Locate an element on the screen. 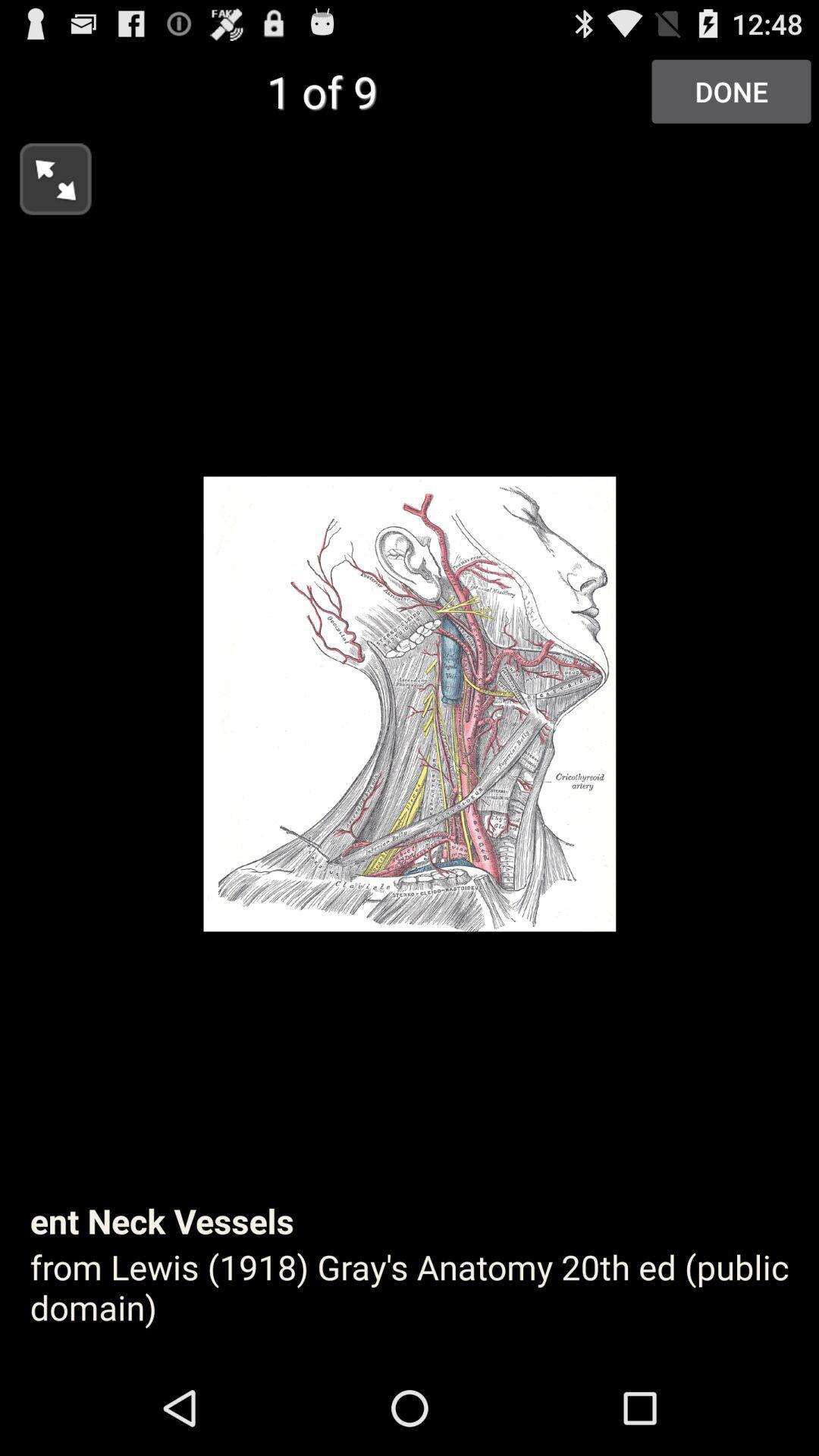 The height and width of the screenshot is (1456, 819). item next to the done icon is located at coordinates (45, 174).